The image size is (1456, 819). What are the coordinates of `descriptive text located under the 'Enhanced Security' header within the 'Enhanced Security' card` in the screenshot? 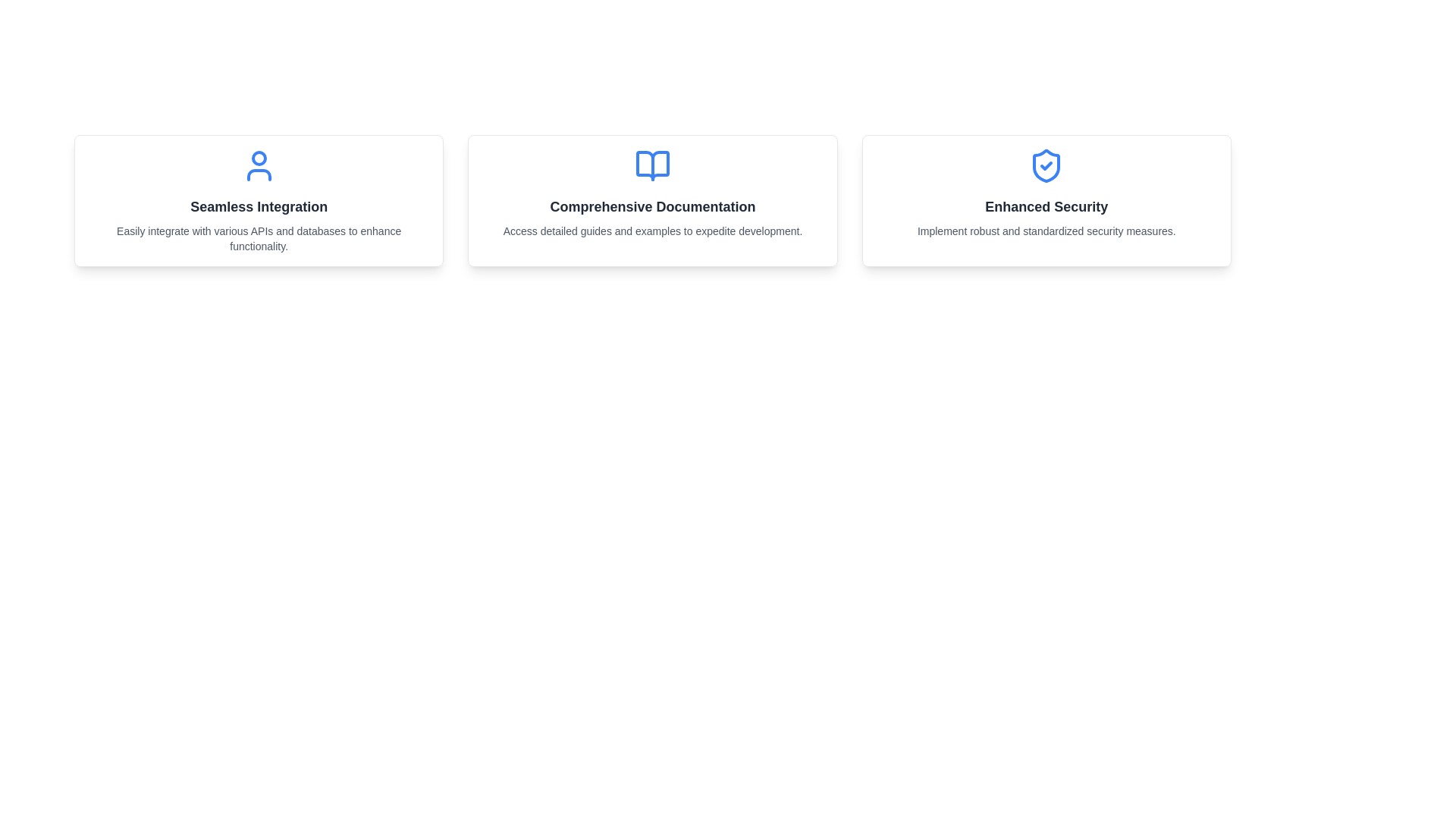 It's located at (1046, 231).